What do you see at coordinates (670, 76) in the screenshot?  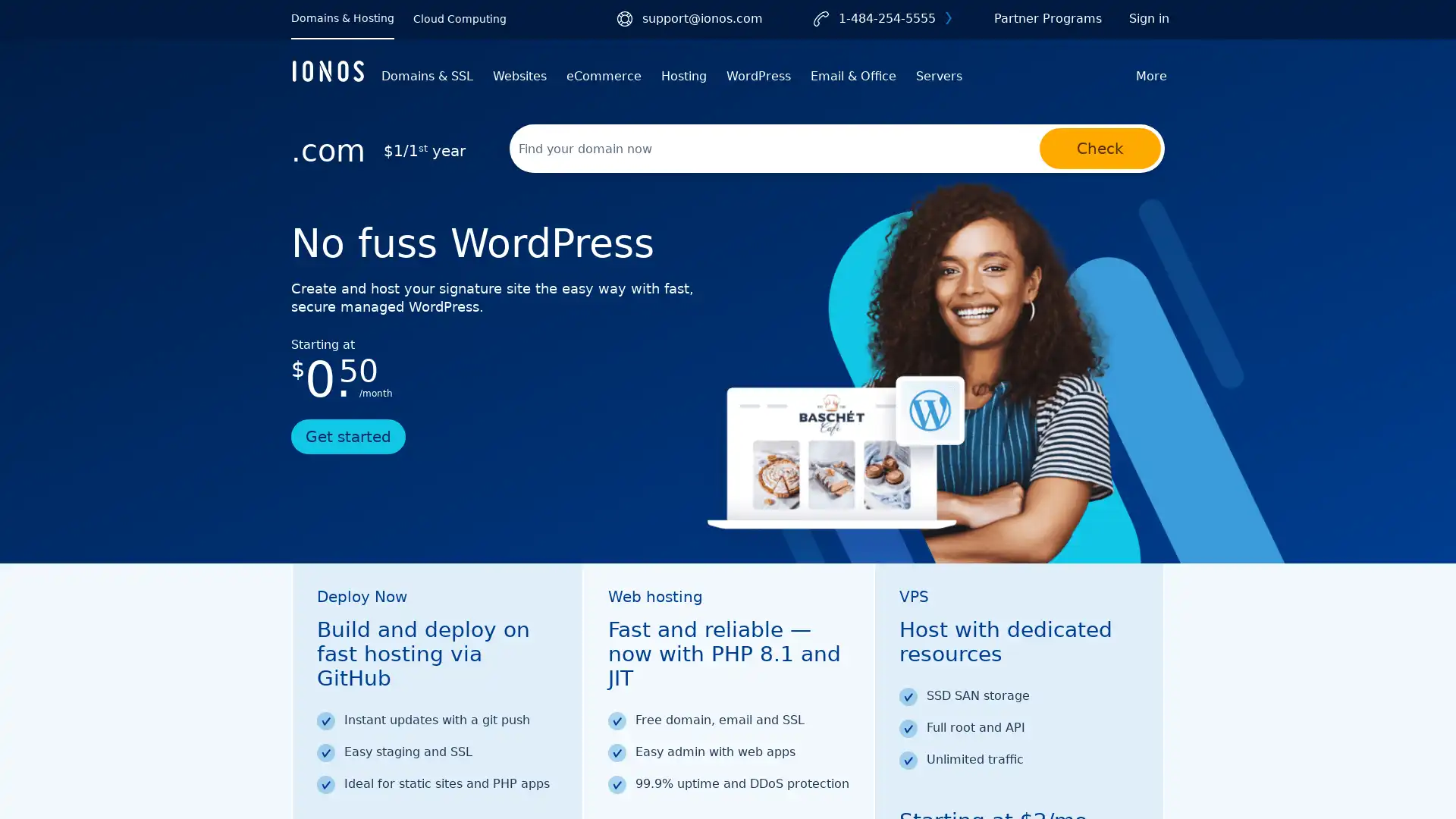 I see `Hosting` at bounding box center [670, 76].